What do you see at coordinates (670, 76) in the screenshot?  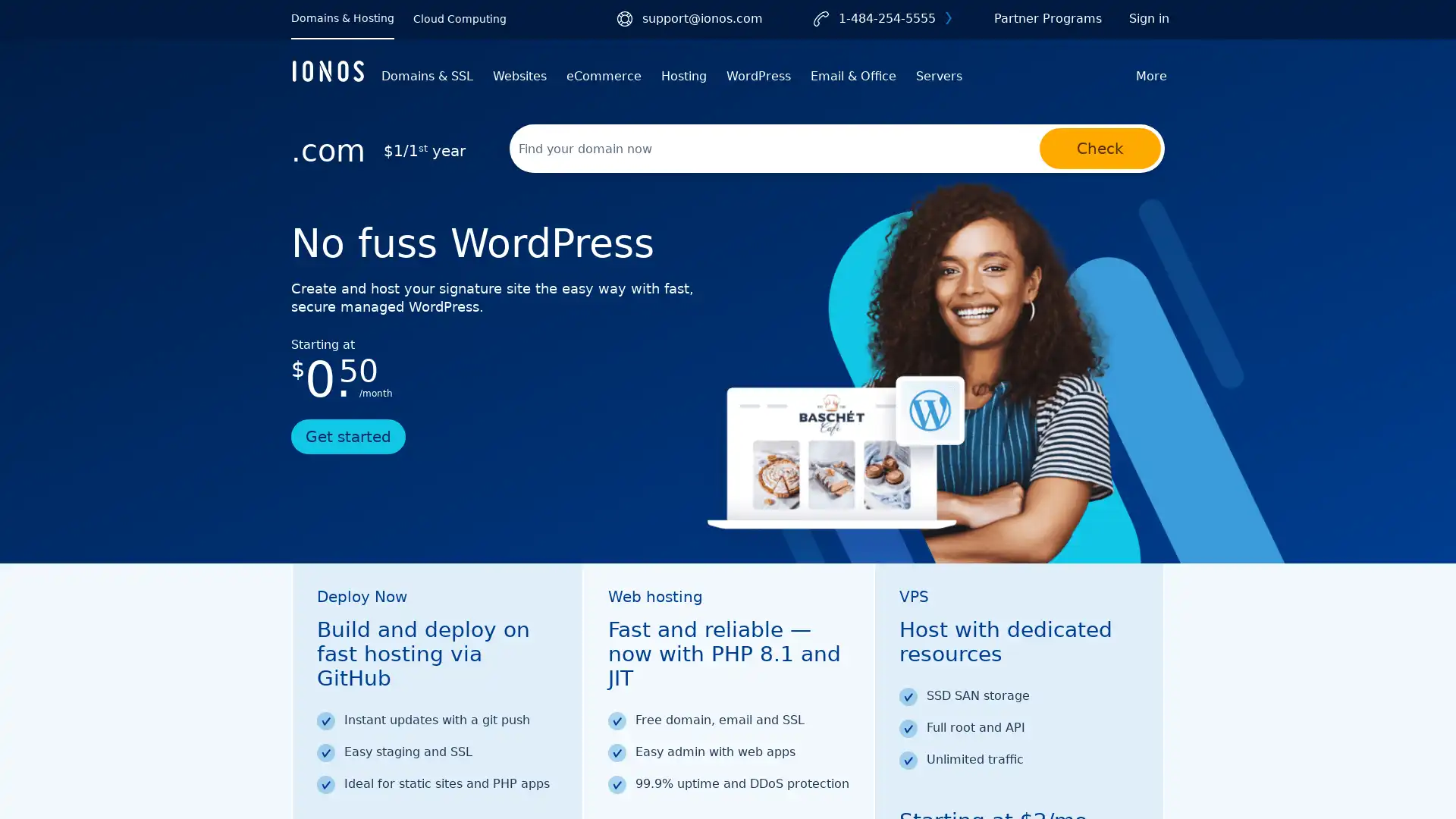 I see `Hosting` at bounding box center [670, 76].